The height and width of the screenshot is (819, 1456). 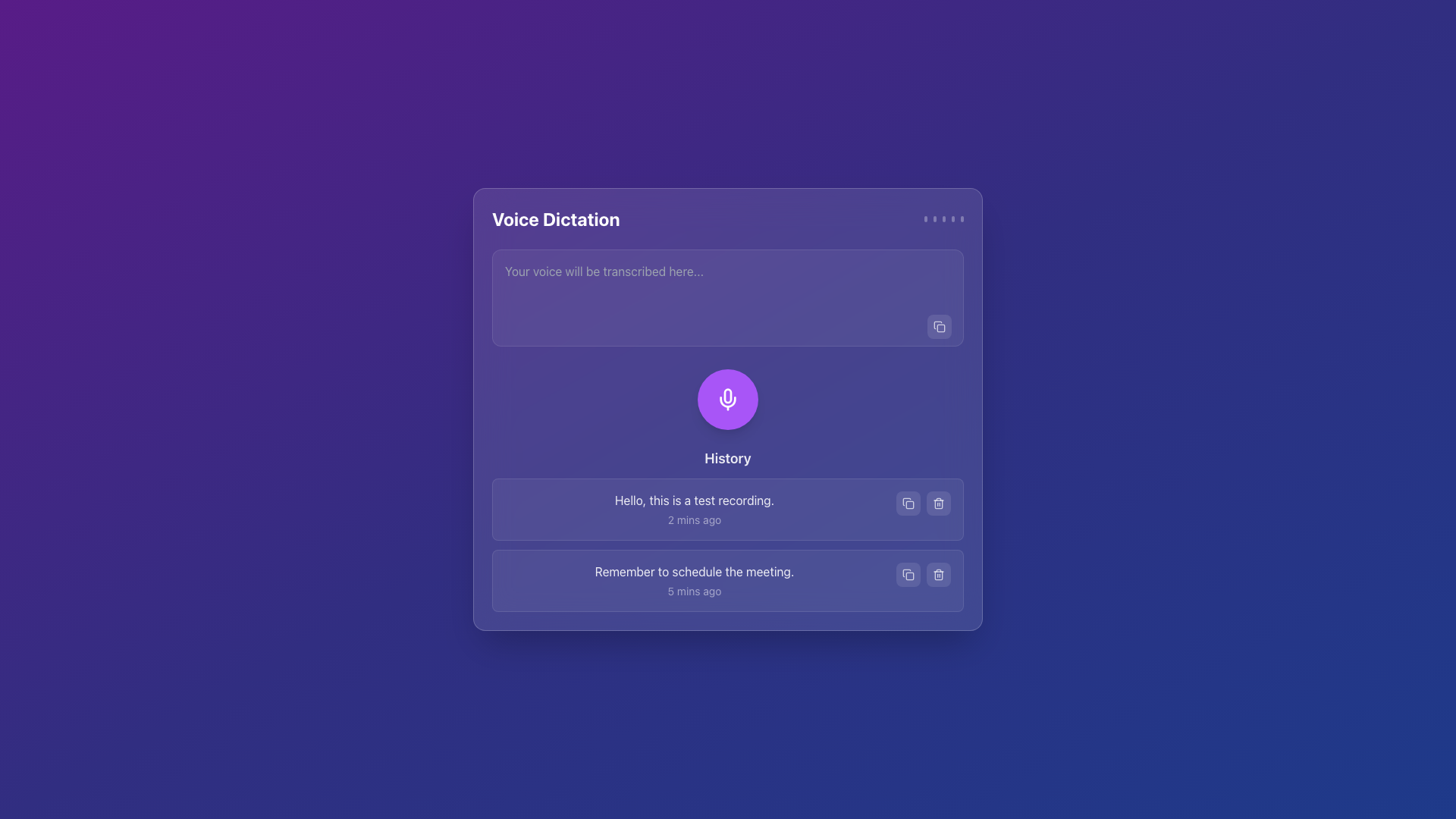 I want to click on the trash can icon button located at the right end of the lower row in the history section, so click(x=938, y=575).